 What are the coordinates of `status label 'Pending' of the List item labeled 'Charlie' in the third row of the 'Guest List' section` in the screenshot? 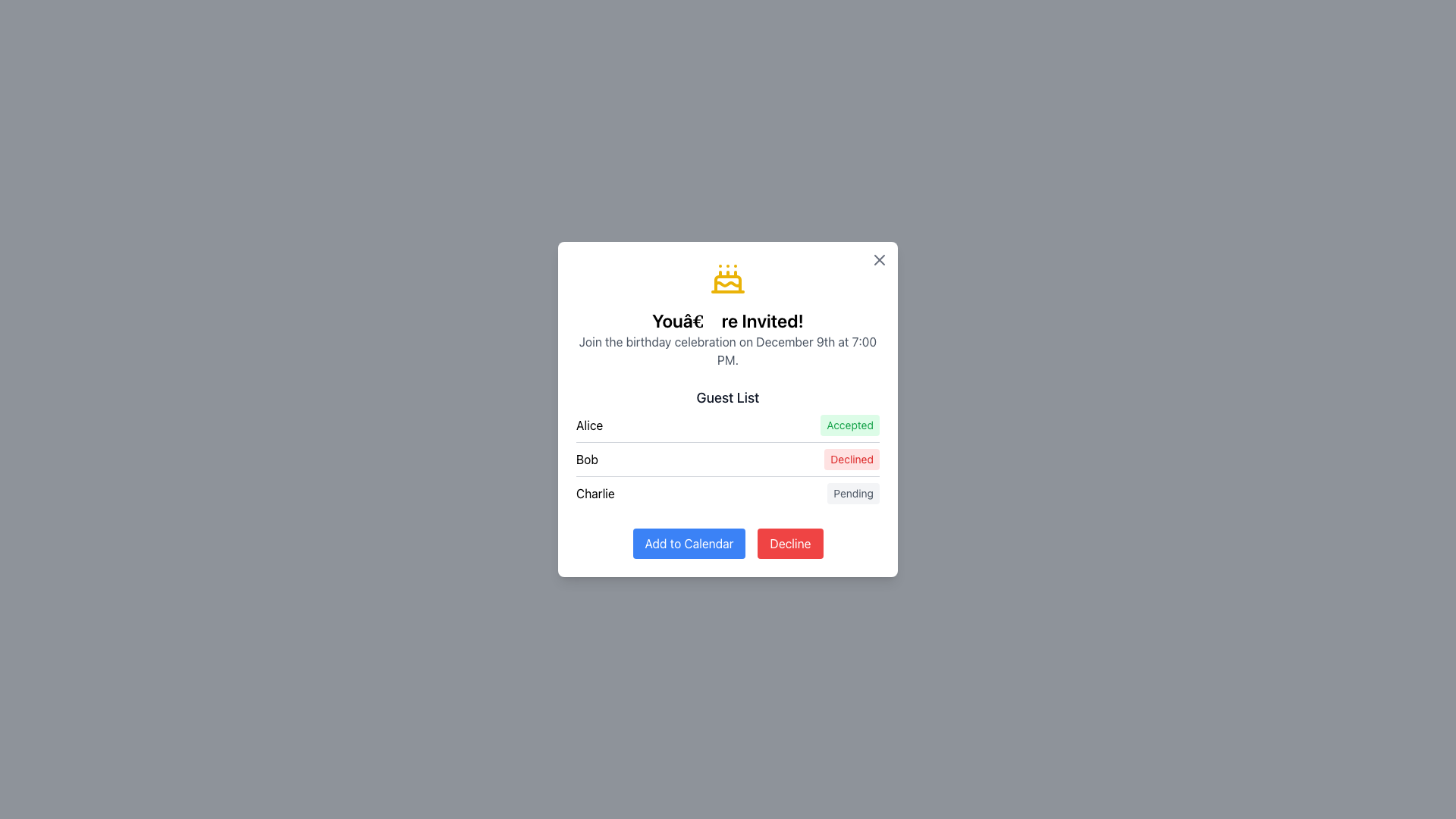 It's located at (728, 493).